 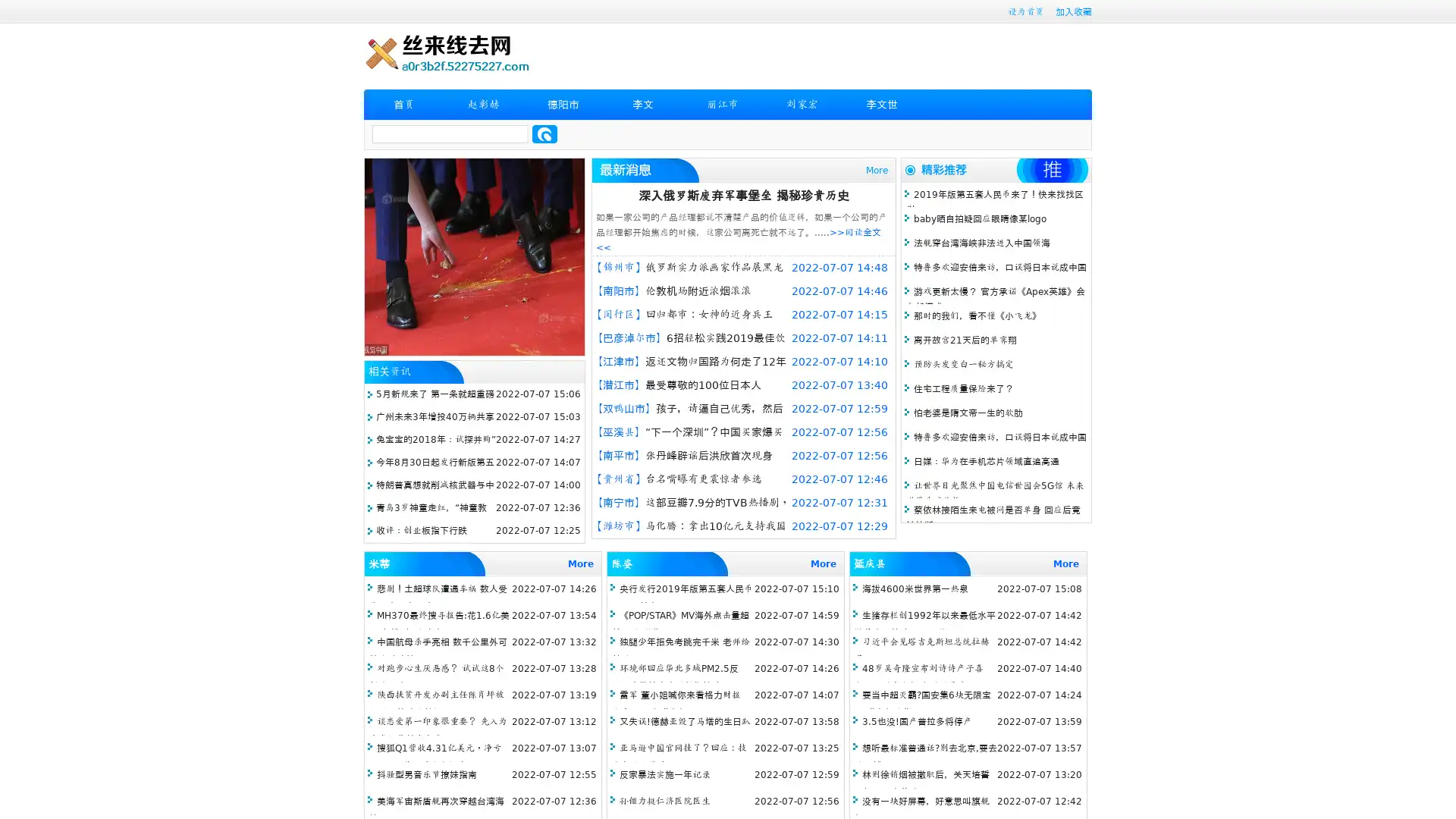 I want to click on Search, so click(x=544, y=133).